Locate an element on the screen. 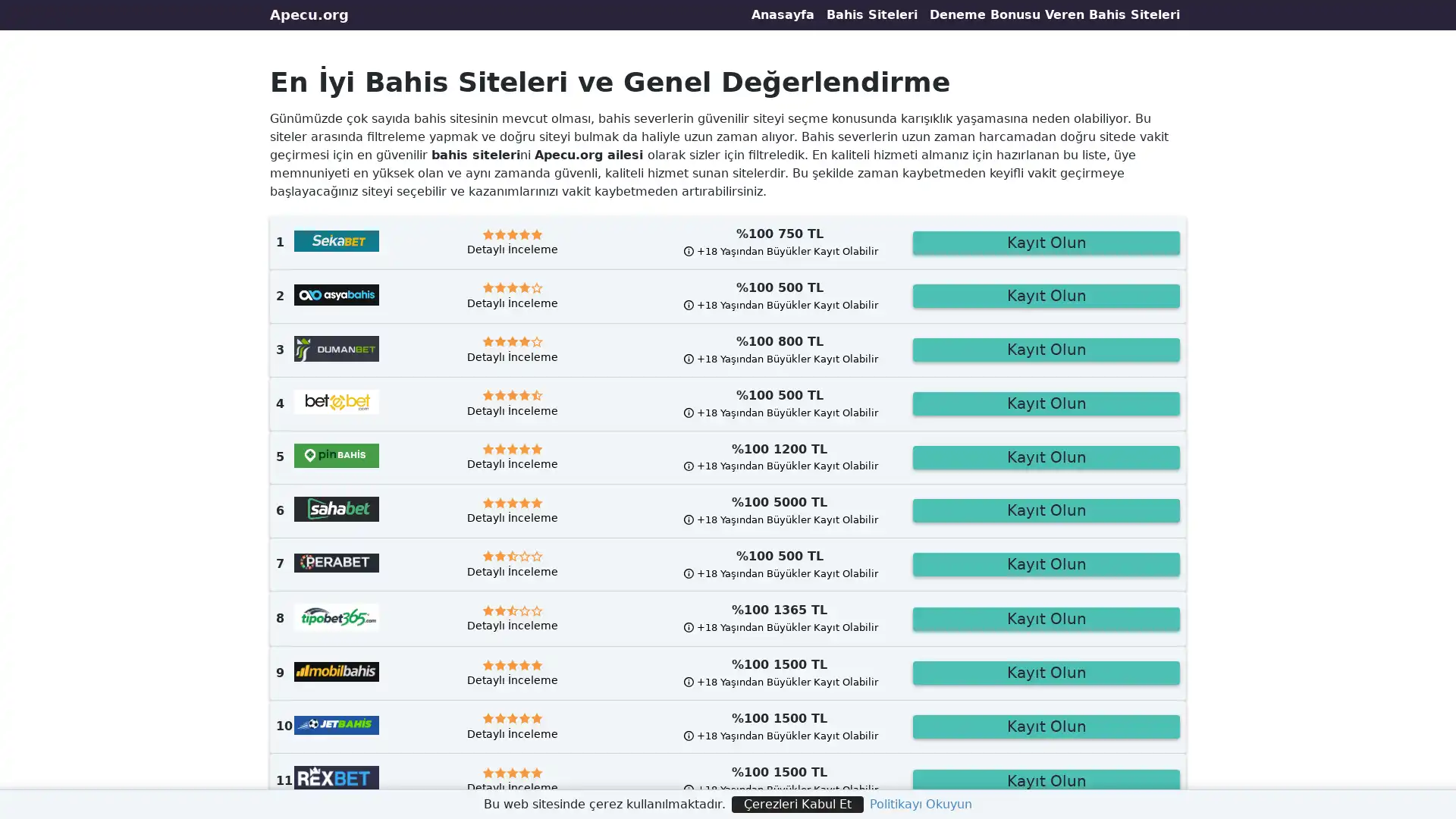  Cerezleri Kabul Et is located at coordinates (796, 803).